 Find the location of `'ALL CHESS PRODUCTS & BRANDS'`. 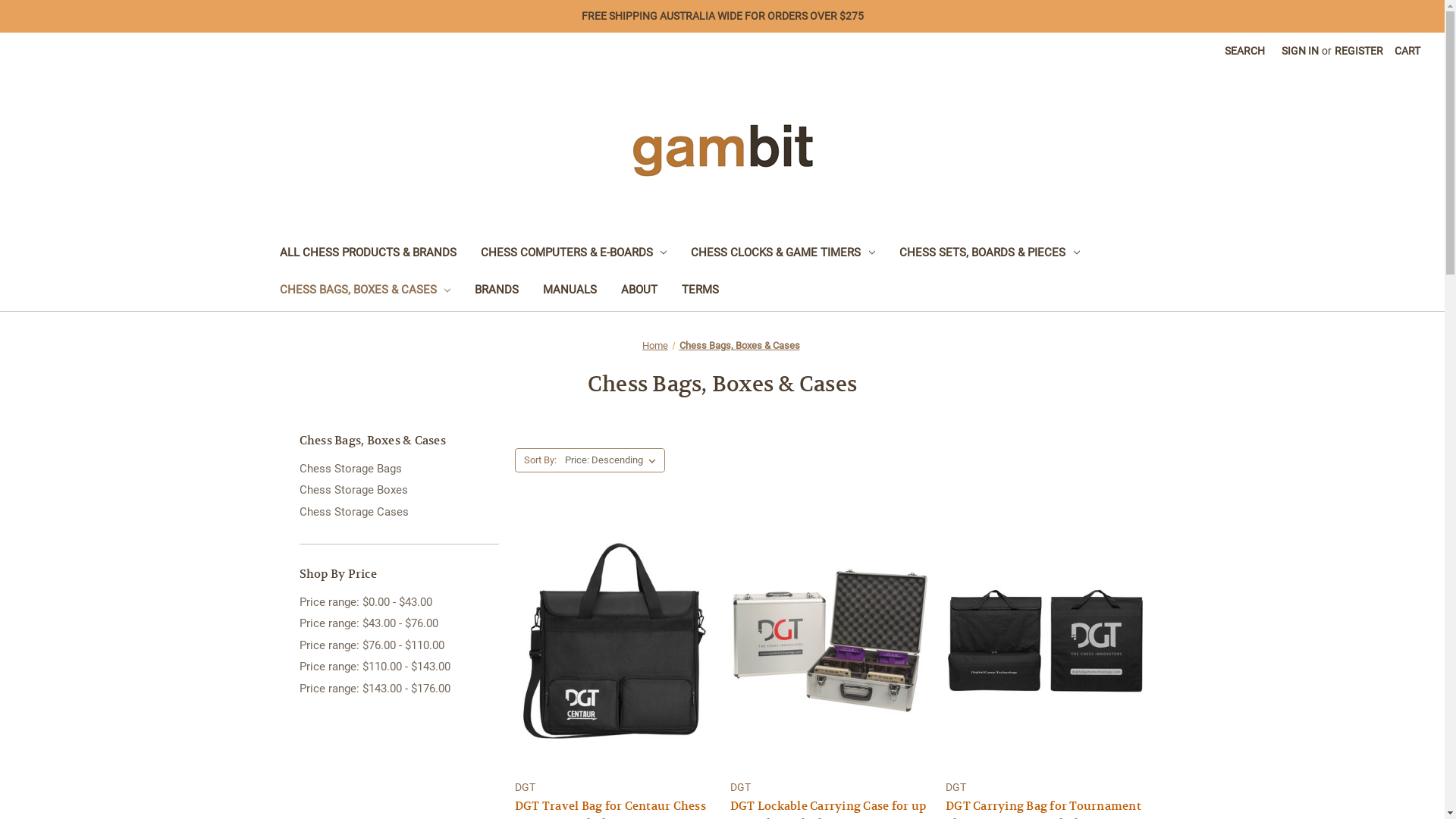

'ALL CHESS PRODUCTS & BRANDS' is located at coordinates (367, 253).